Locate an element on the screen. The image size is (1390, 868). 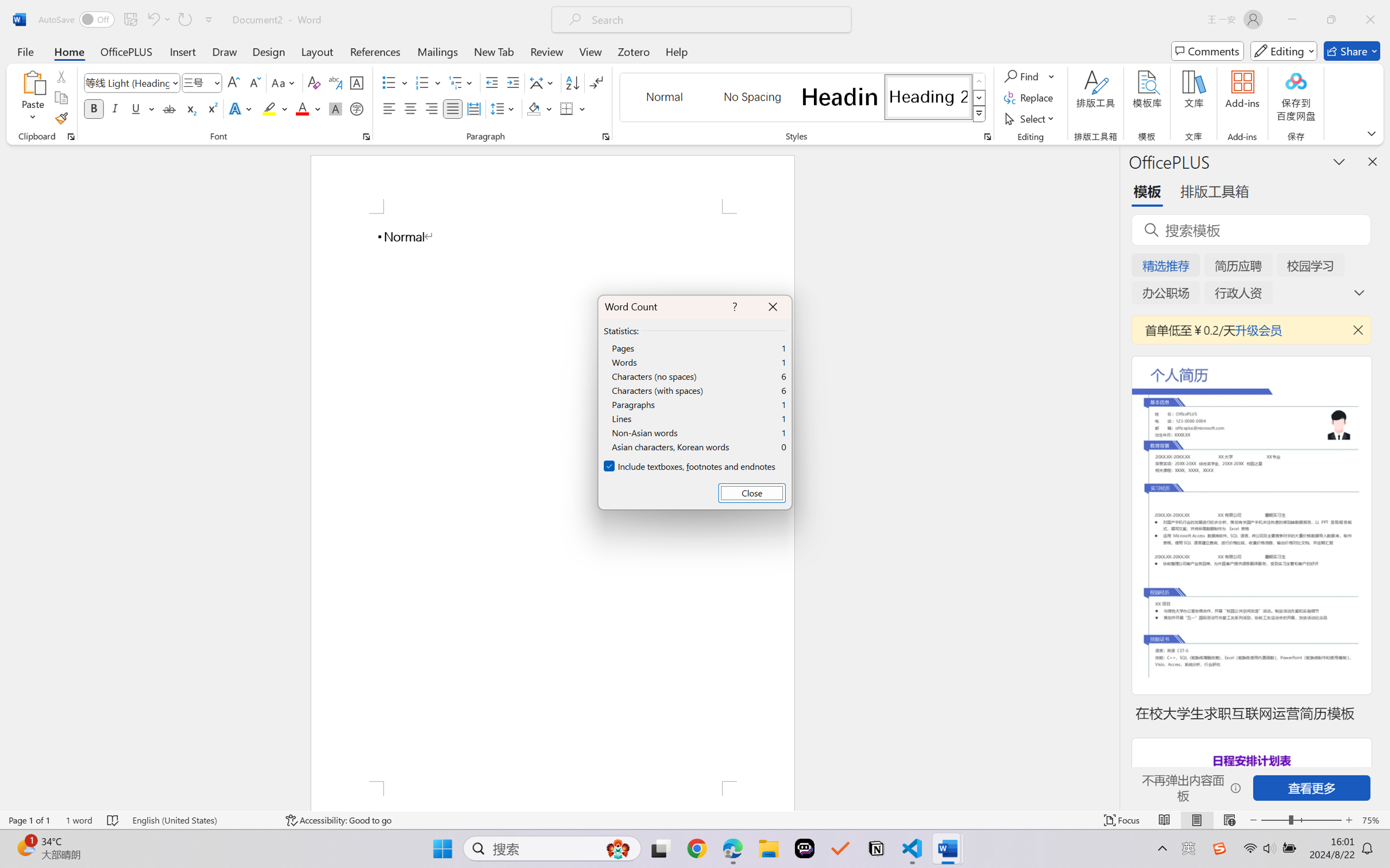
'Text Effects and Typography' is located at coordinates (241, 108).